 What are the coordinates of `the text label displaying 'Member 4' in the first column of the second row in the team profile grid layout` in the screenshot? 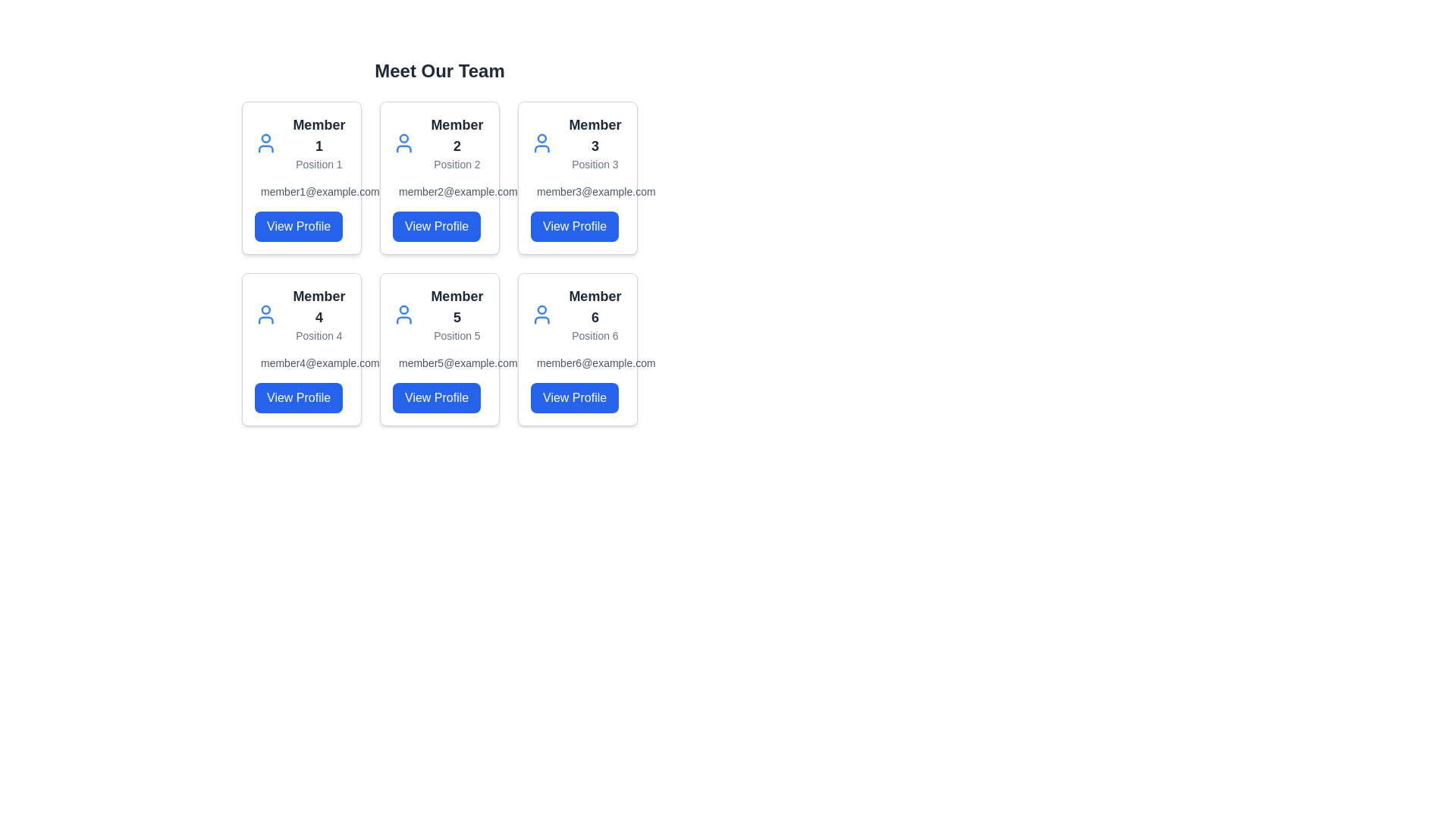 It's located at (318, 307).